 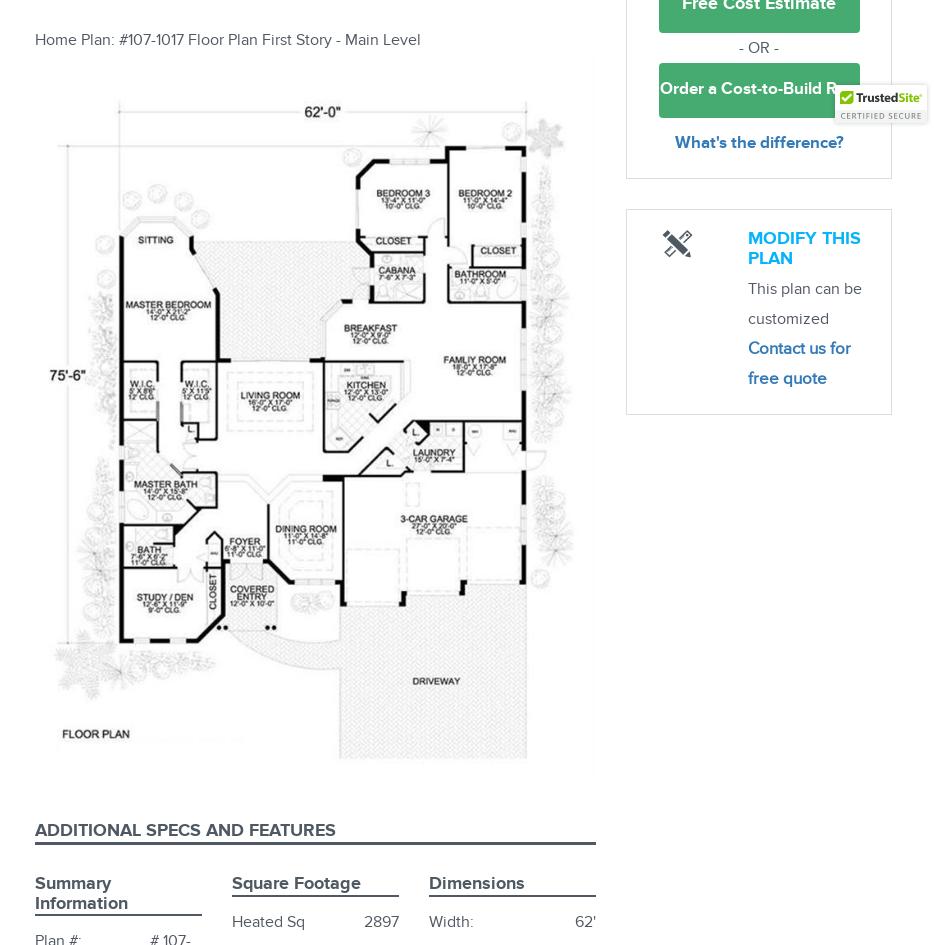 What do you see at coordinates (767, 86) in the screenshot?
I see `'Order a Cost-to-Build Report'` at bounding box center [767, 86].